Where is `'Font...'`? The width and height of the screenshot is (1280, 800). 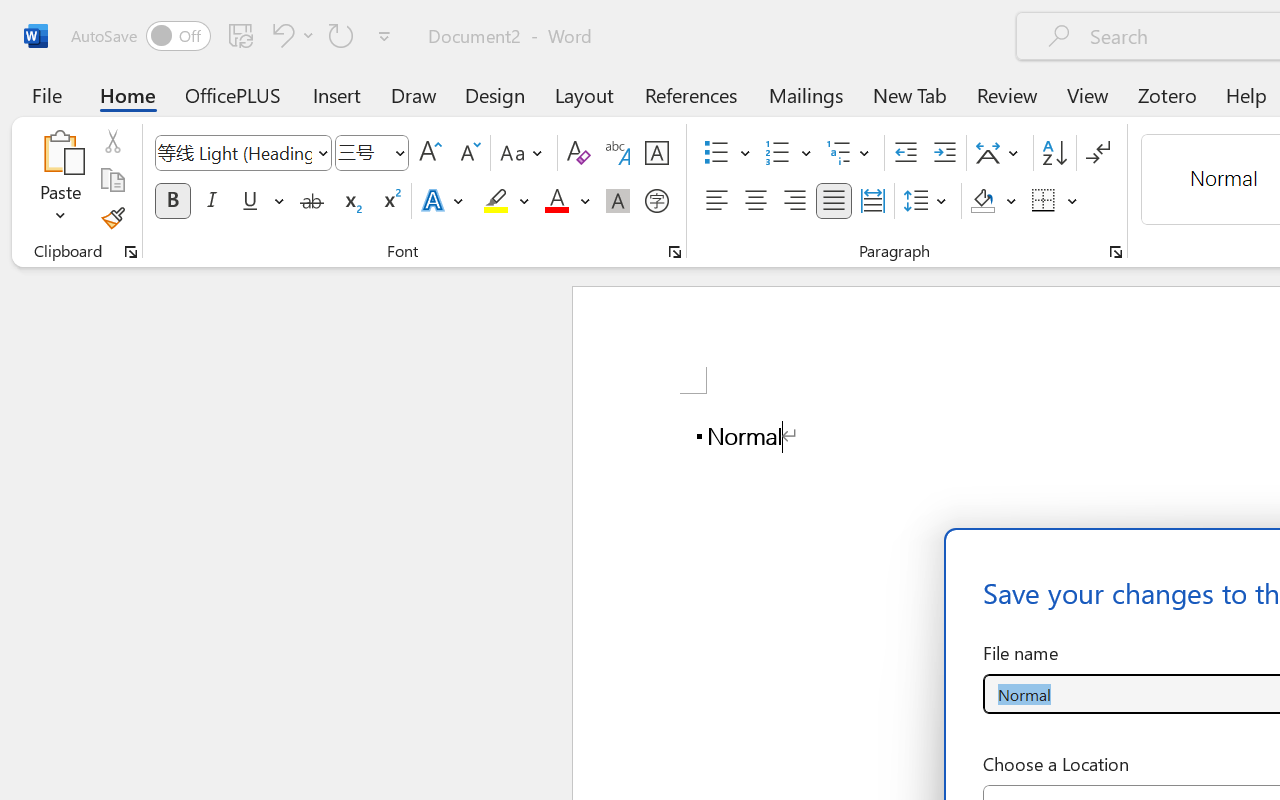 'Font...' is located at coordinates (675, 251).